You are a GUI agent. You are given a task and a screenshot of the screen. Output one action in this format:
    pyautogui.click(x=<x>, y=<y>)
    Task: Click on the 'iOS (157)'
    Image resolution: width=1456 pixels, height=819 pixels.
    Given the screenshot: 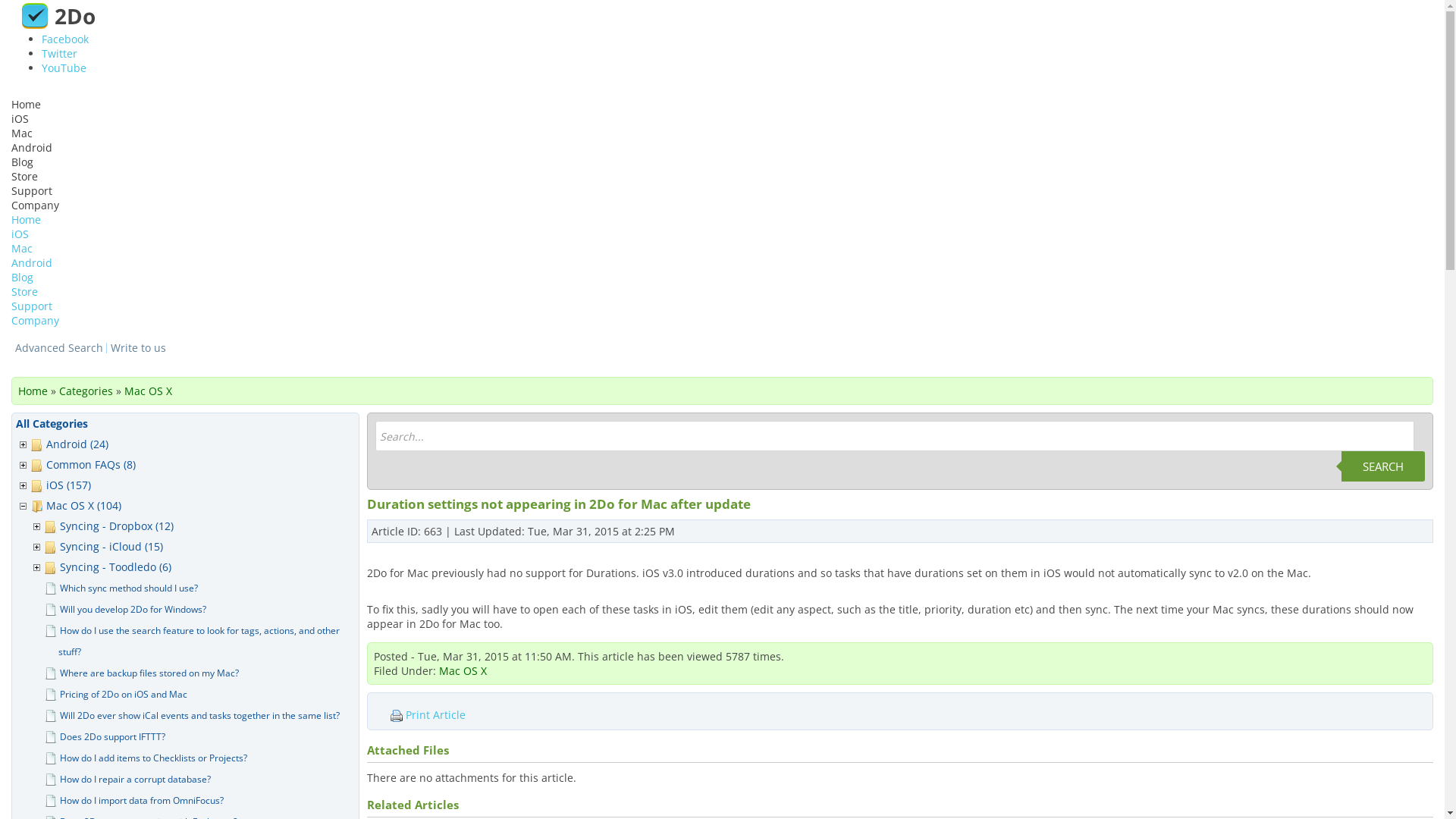 What is the action you would take?
    pyautogui.click(x=71, y=485)
    